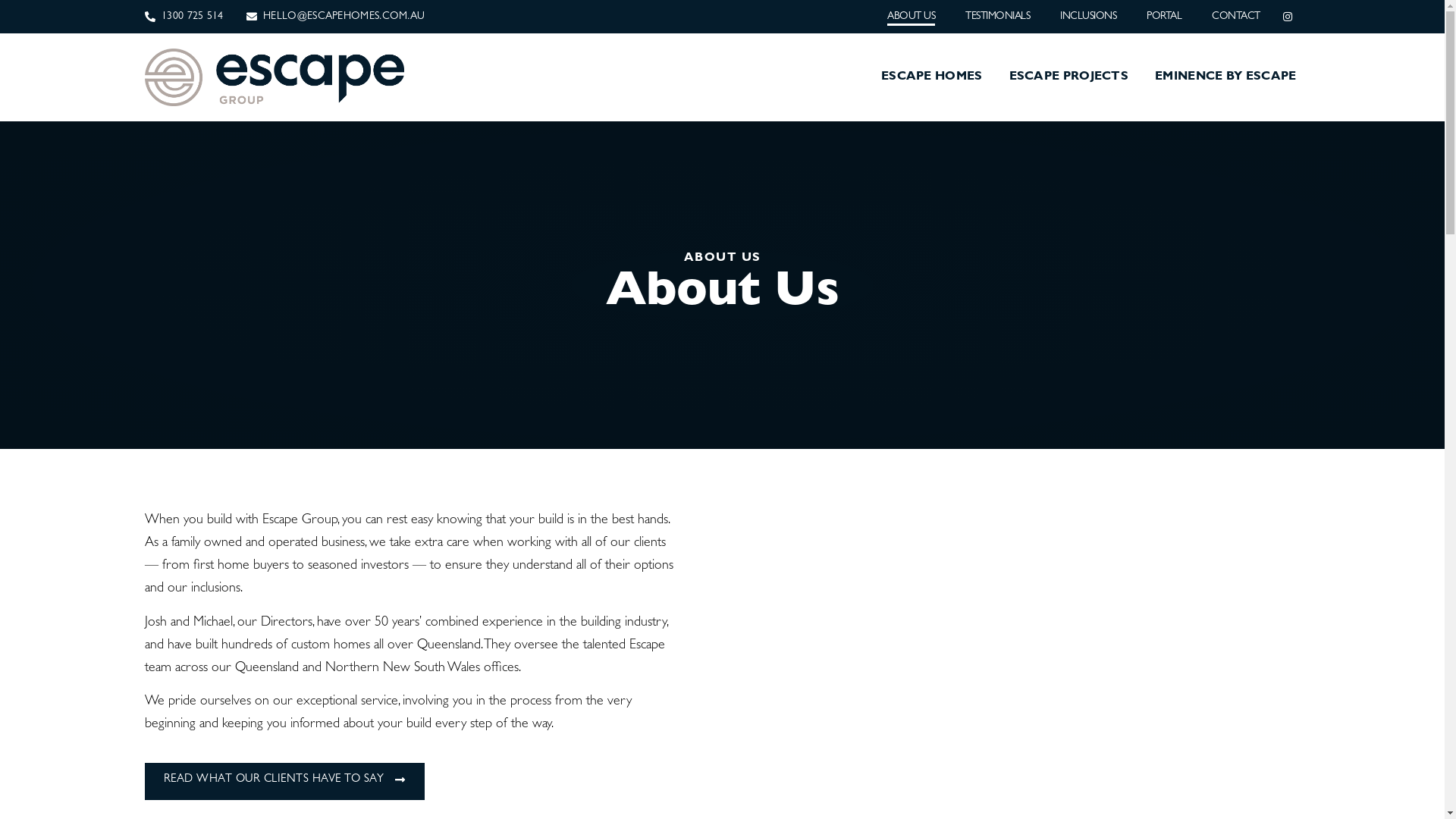 The width and height of the screenshot is (1456, 819). What do you see at coordinates (274, 77) in the screenshot?
I see `'Escape Building Logos'` at bounding box center [274, 77].